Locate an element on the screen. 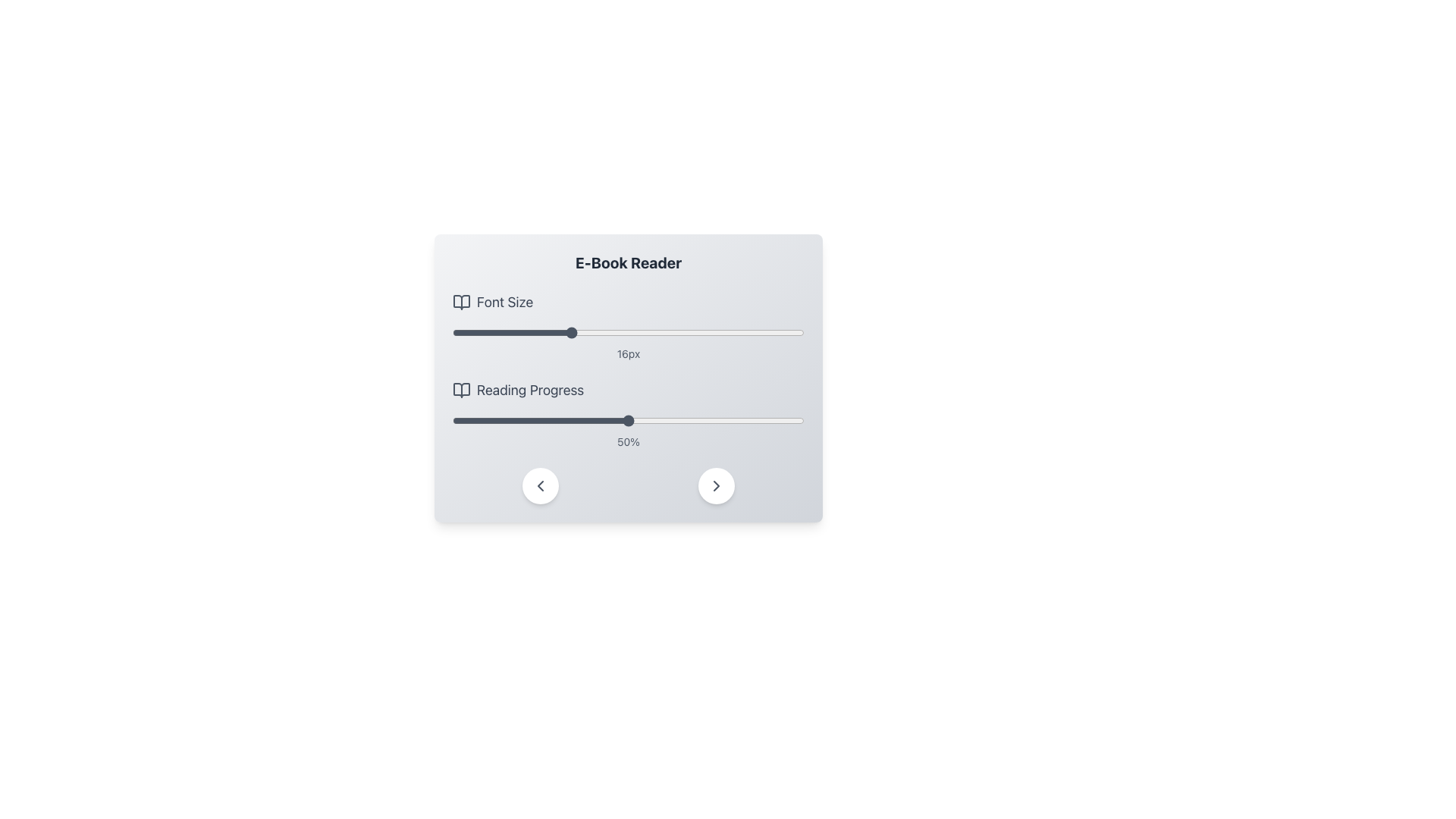  the leftward chevron icon inside the circular white button is located at coordinates (541, 485).